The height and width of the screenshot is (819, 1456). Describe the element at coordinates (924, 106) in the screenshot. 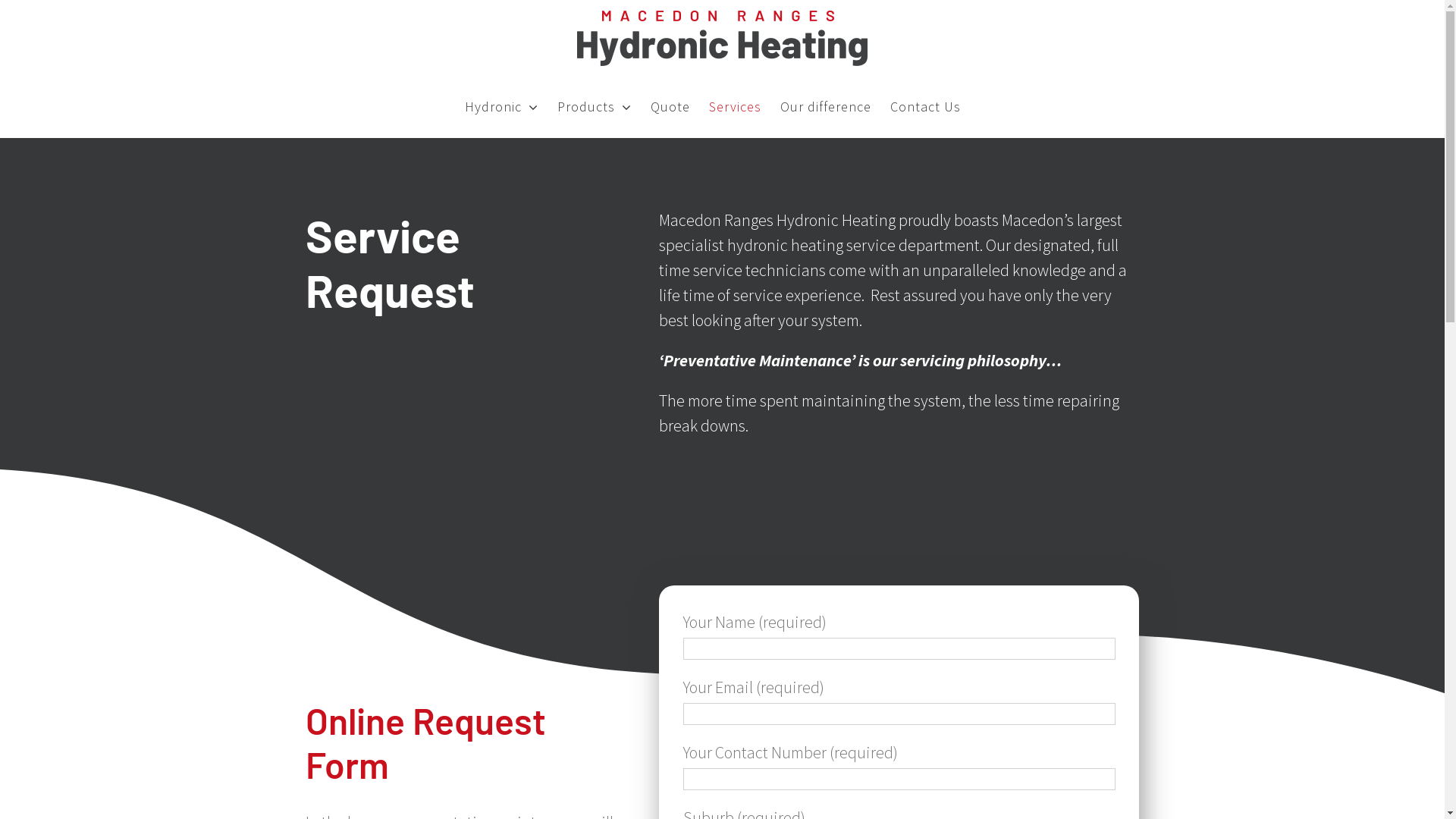

I see `'Contact Us'` at that location.